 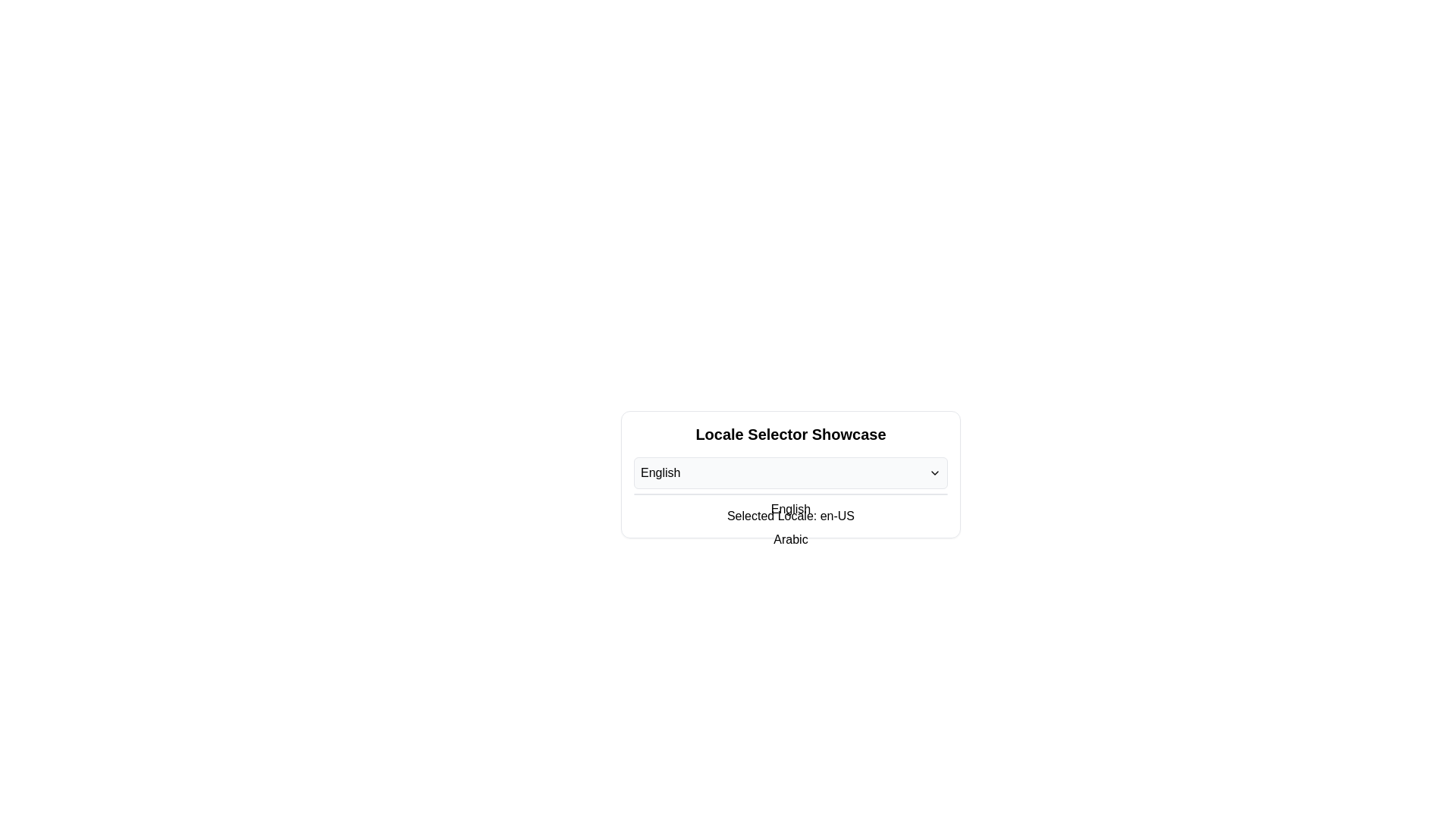 I want to click on the dropdown menu labeled 'English' which is located below the title 'Locale Selector Showcase' for tooltip information, so click(x=789, y=472).